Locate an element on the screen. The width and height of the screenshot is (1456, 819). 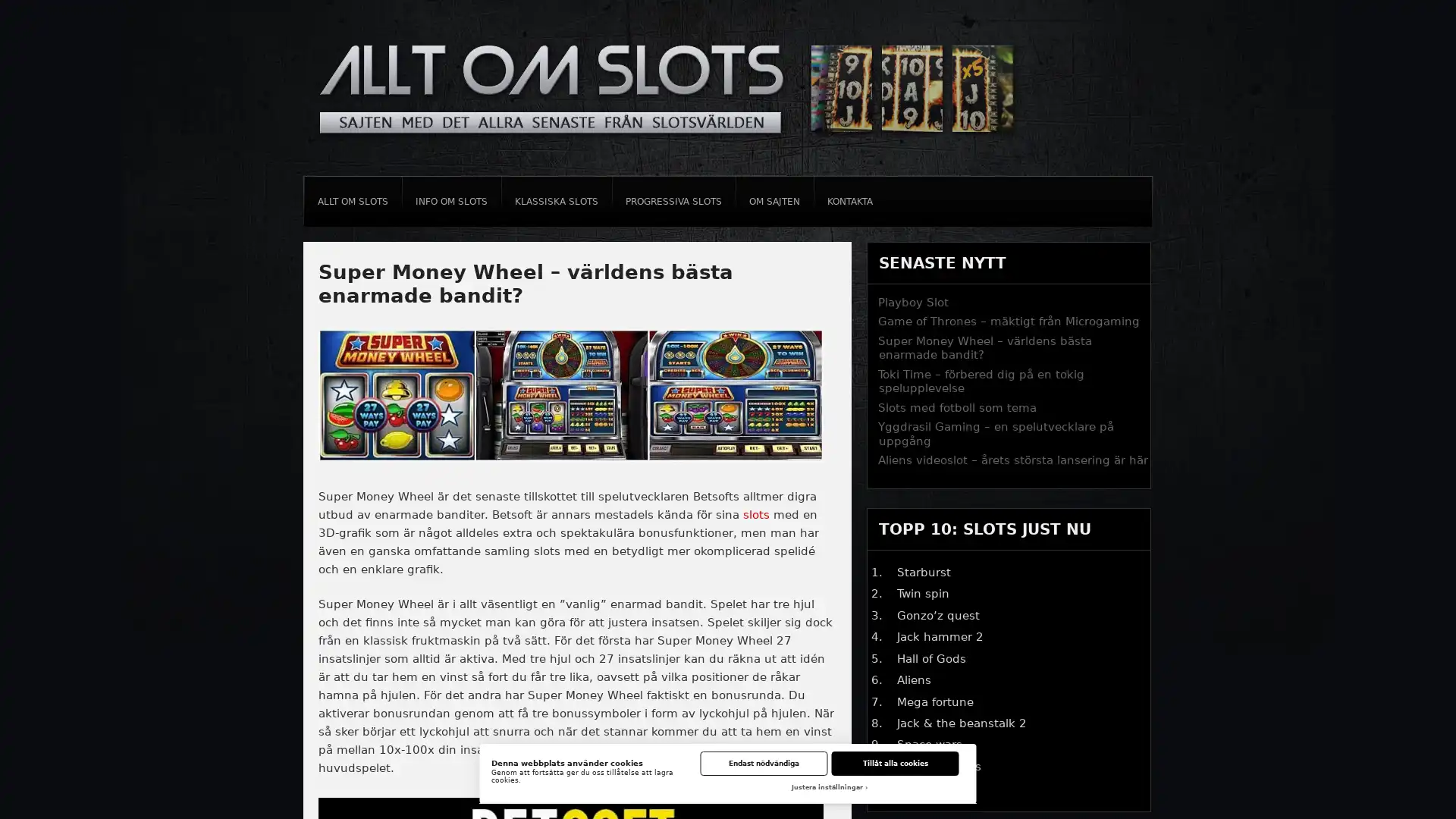
Justera installningar is located at coordinates (828, 786).